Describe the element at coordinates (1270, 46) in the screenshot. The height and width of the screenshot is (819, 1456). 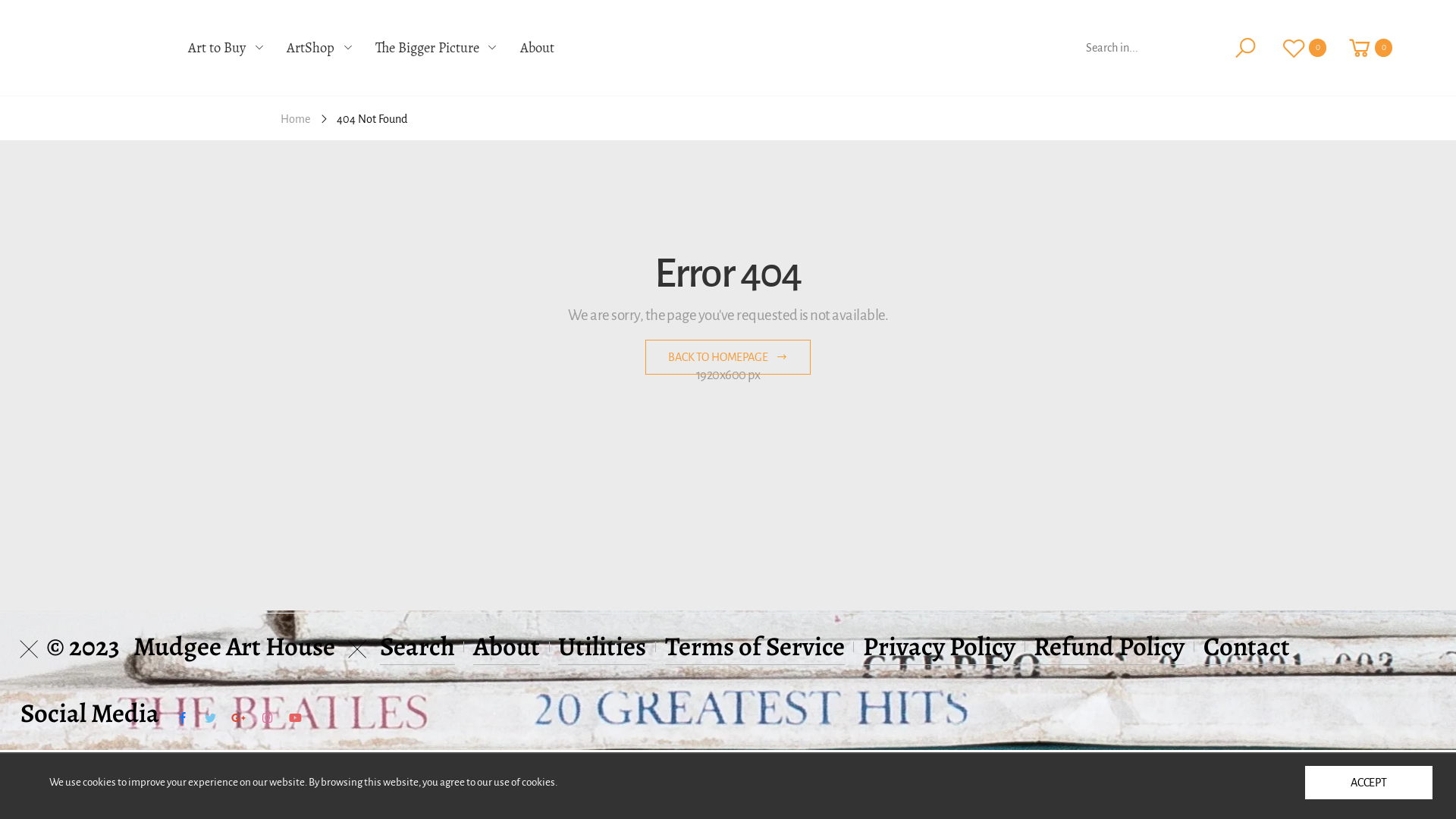
I see `'0'` at that location.